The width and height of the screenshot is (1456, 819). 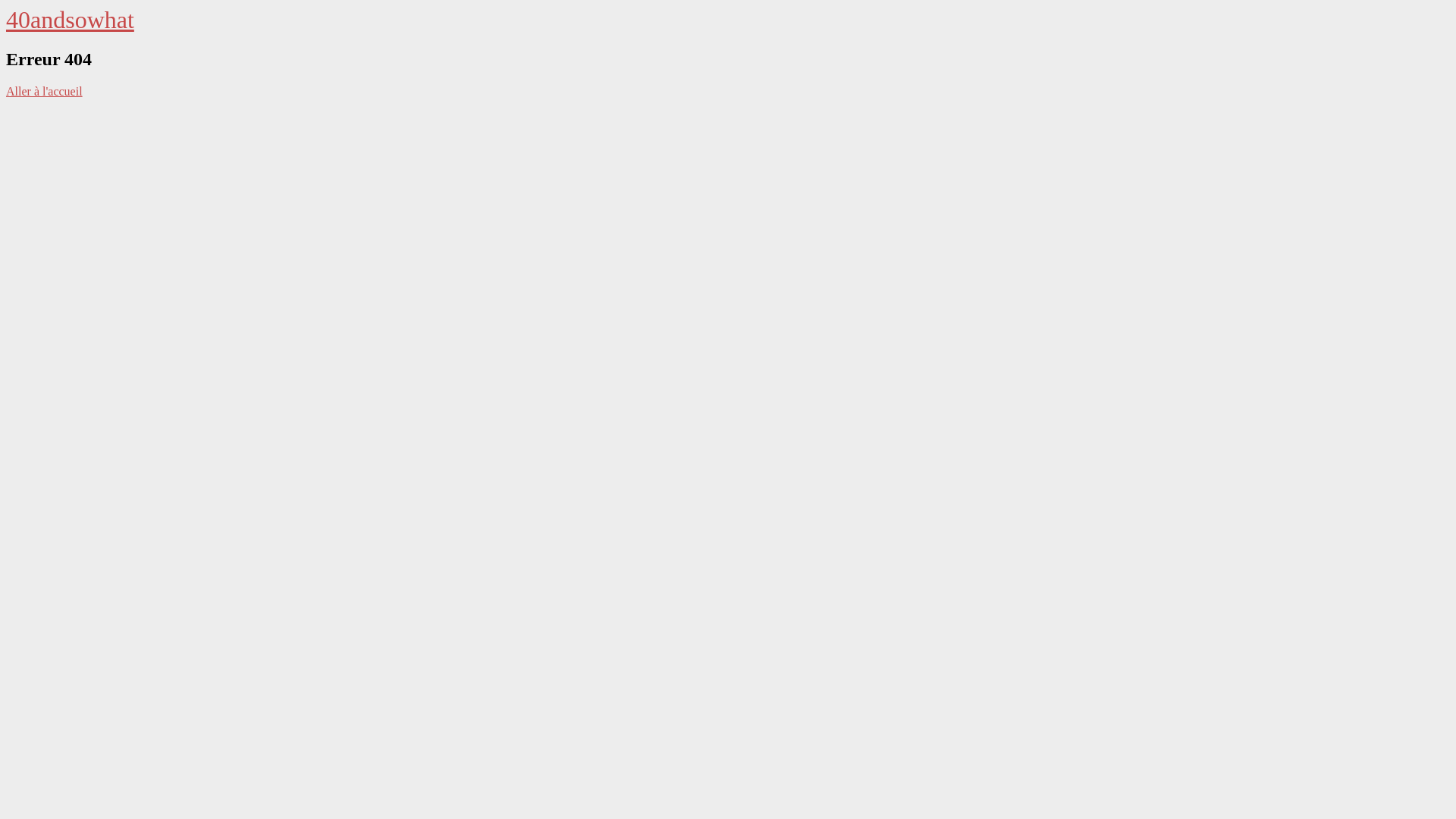 I want to click on '40andsowhat', so click(x=69, y=20).